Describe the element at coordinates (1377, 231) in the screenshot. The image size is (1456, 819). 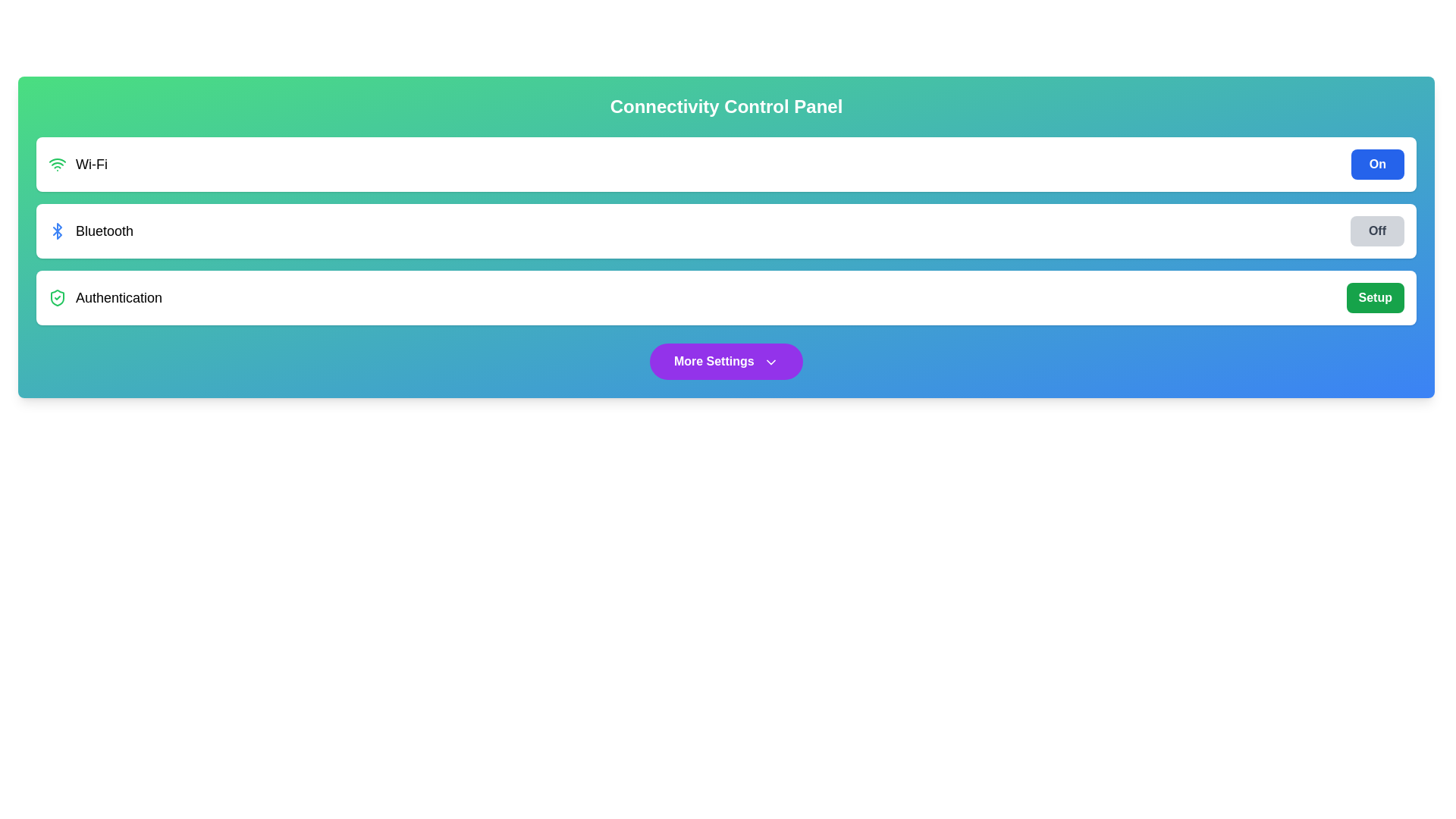
I see `the 'Off' button with a gray background, located to the right of the 'Bluetooth' label in the connectivity options row, to visualize its interactive feedback effect` at that location.